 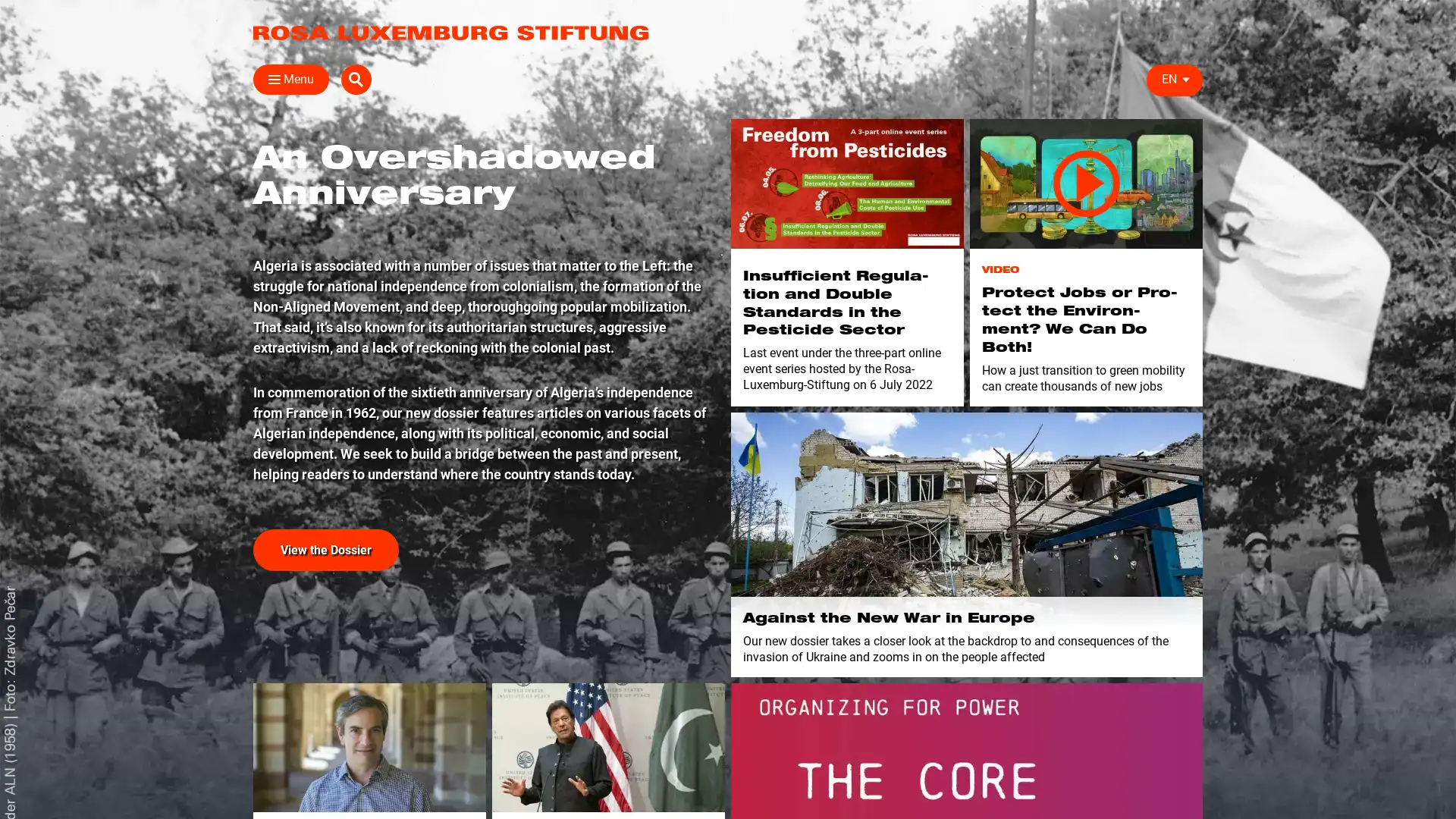 What do you see at coordinates (874, 275) in the screenshot?
I see `Show more / less` at bounding box center [874, 275].